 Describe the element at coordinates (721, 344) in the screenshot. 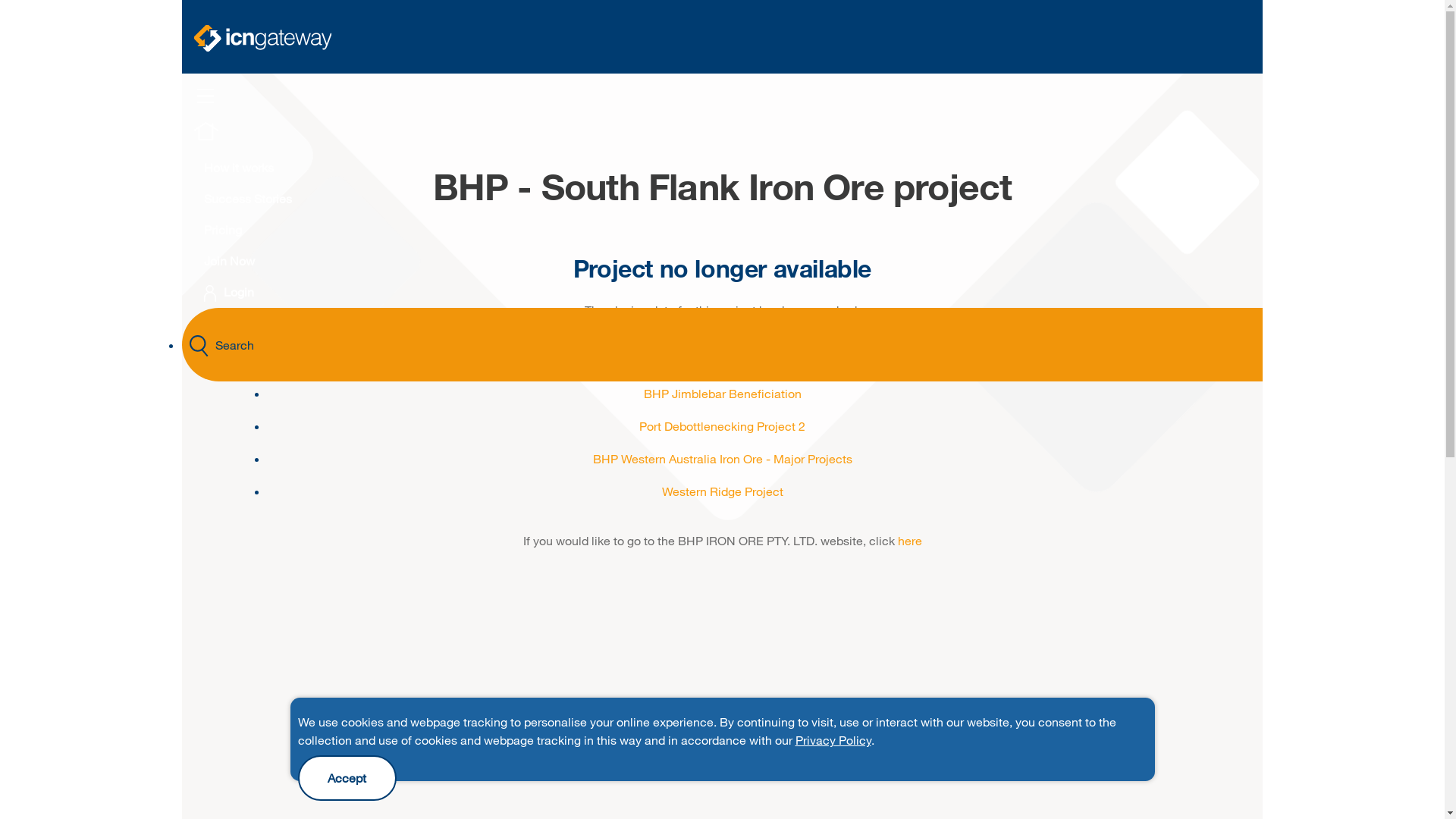

I see `'Search'` at that location.